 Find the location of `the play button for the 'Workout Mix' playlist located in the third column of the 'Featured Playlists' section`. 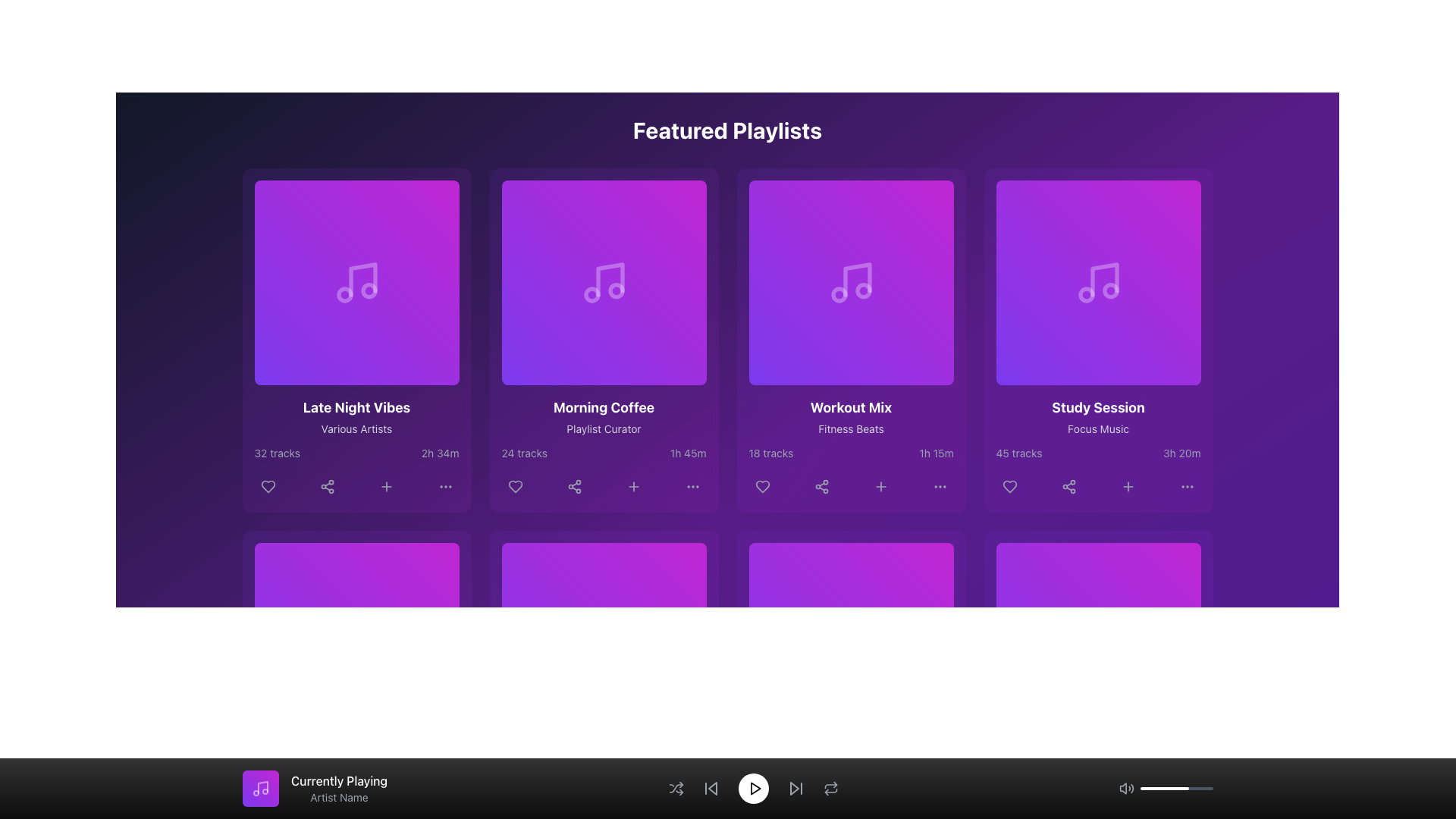

the play button for the 'Workout Mix' playlist located in the third column of the 'Featured Playlists' section is located at coordinates (852, 283).